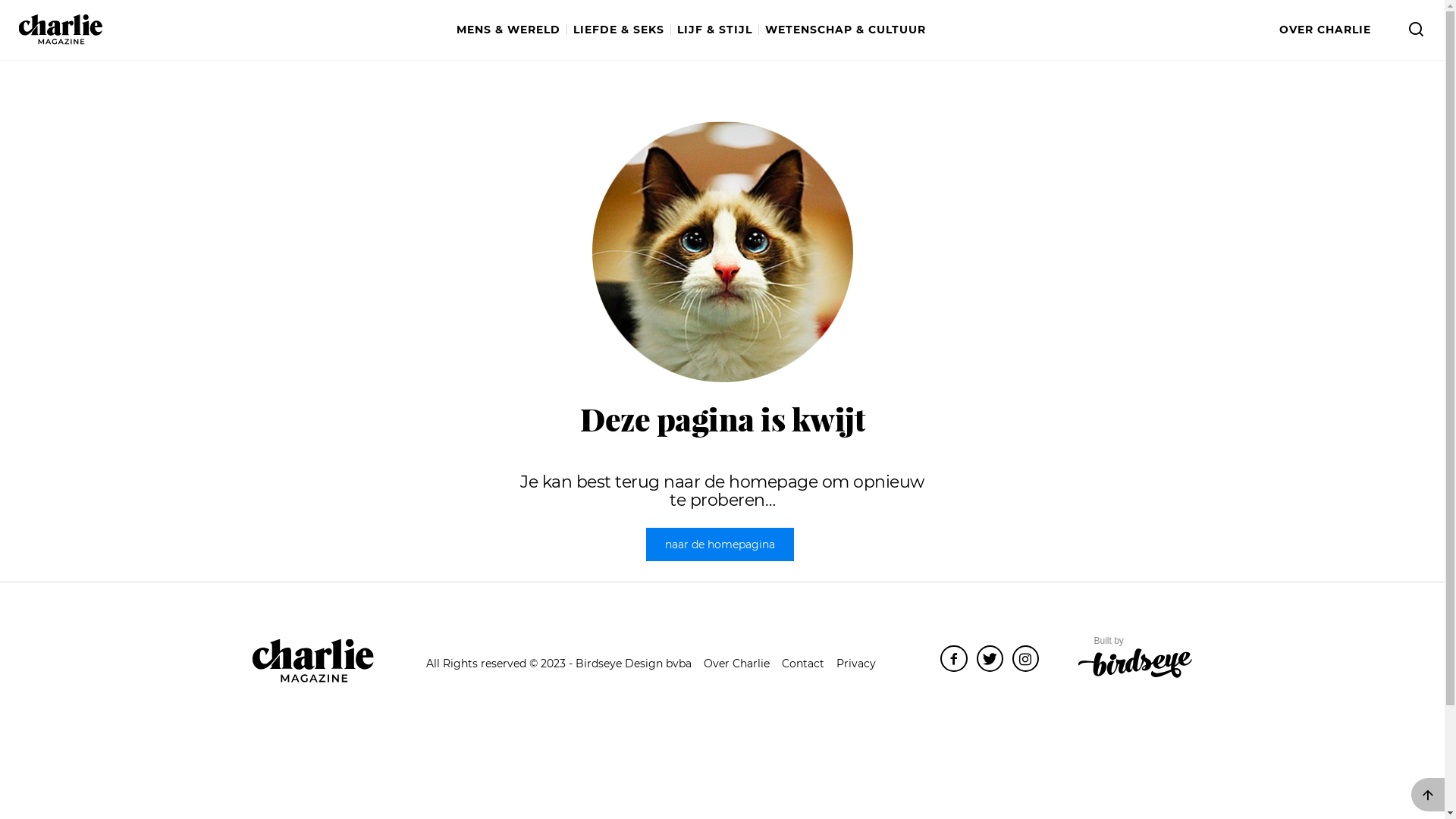 The height and width of the screenshot is (819, 1456). I want to click on 'LIJF & STIJL', so click(716, 30).